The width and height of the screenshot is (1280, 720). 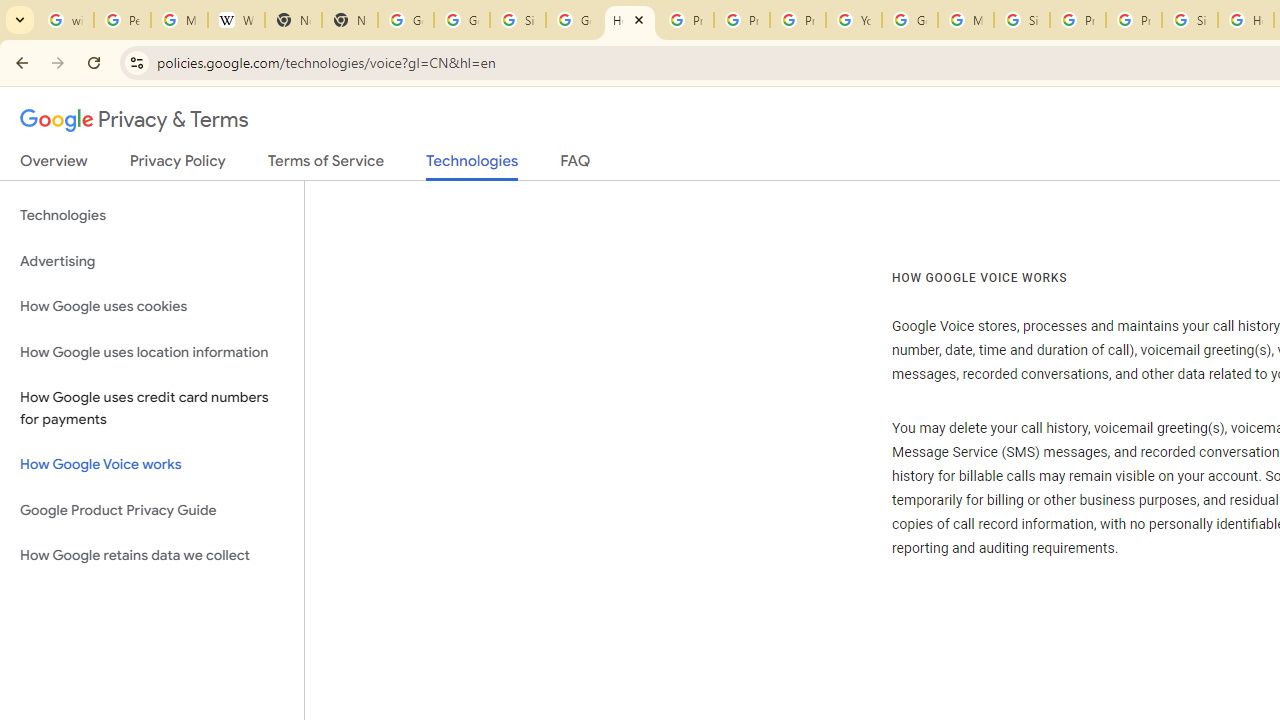 I want to click on 'YouTube', so click(x=853, y=20).